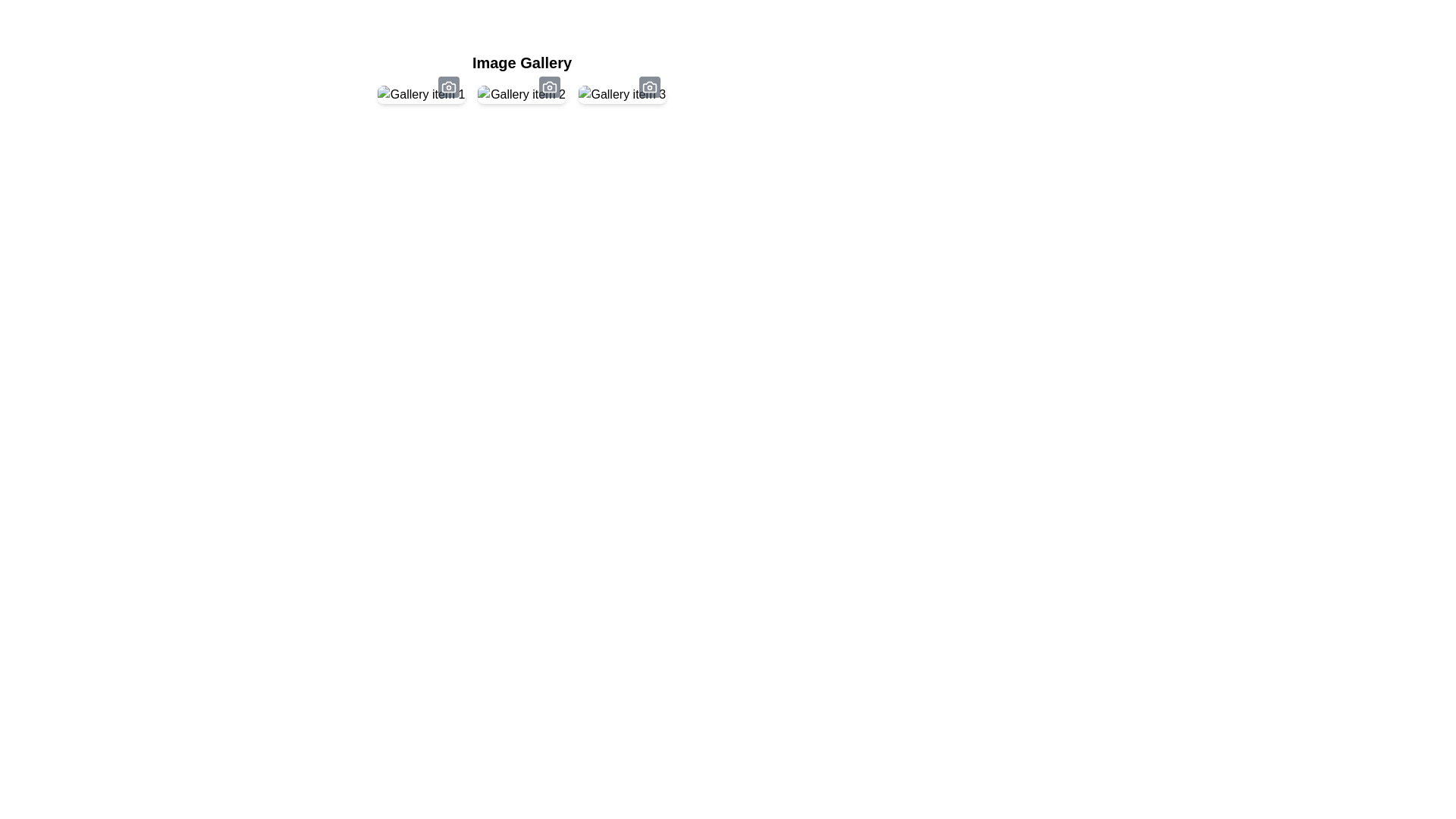  What do you see at coordinates (548, 87) in the screenshot?
I see `the indicator icon for capturing or viewing an image located at the bottom-right corner of the thumbnail labeled 'Gallery item 2' in the second position of the row under the 'Image Gallery' heading` at bounding box center [548, 87].